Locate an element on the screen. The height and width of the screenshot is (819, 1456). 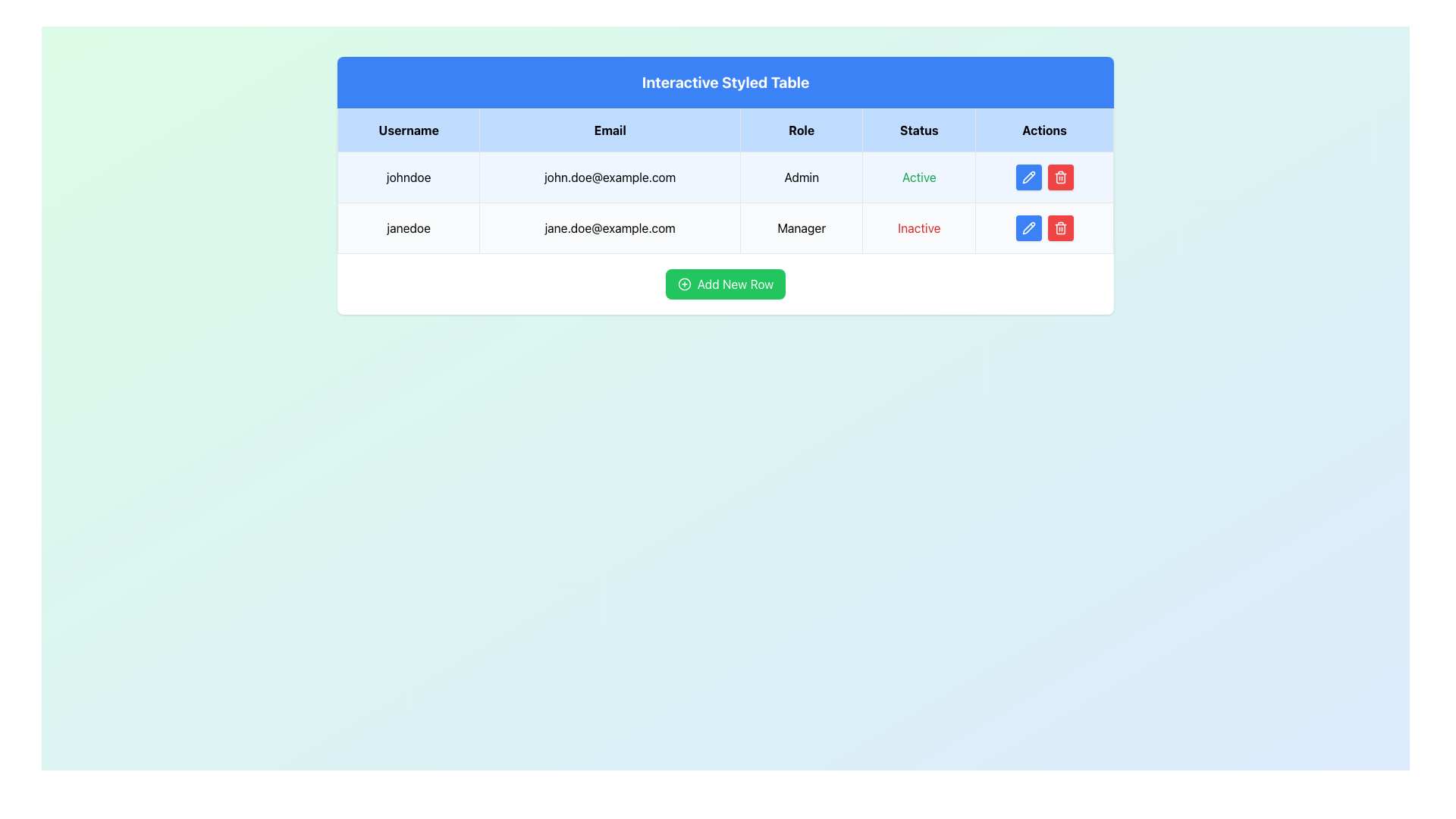
the pencil icon located in the 'Actions' column of the first row in the table is located at coordinates (1028, 177).